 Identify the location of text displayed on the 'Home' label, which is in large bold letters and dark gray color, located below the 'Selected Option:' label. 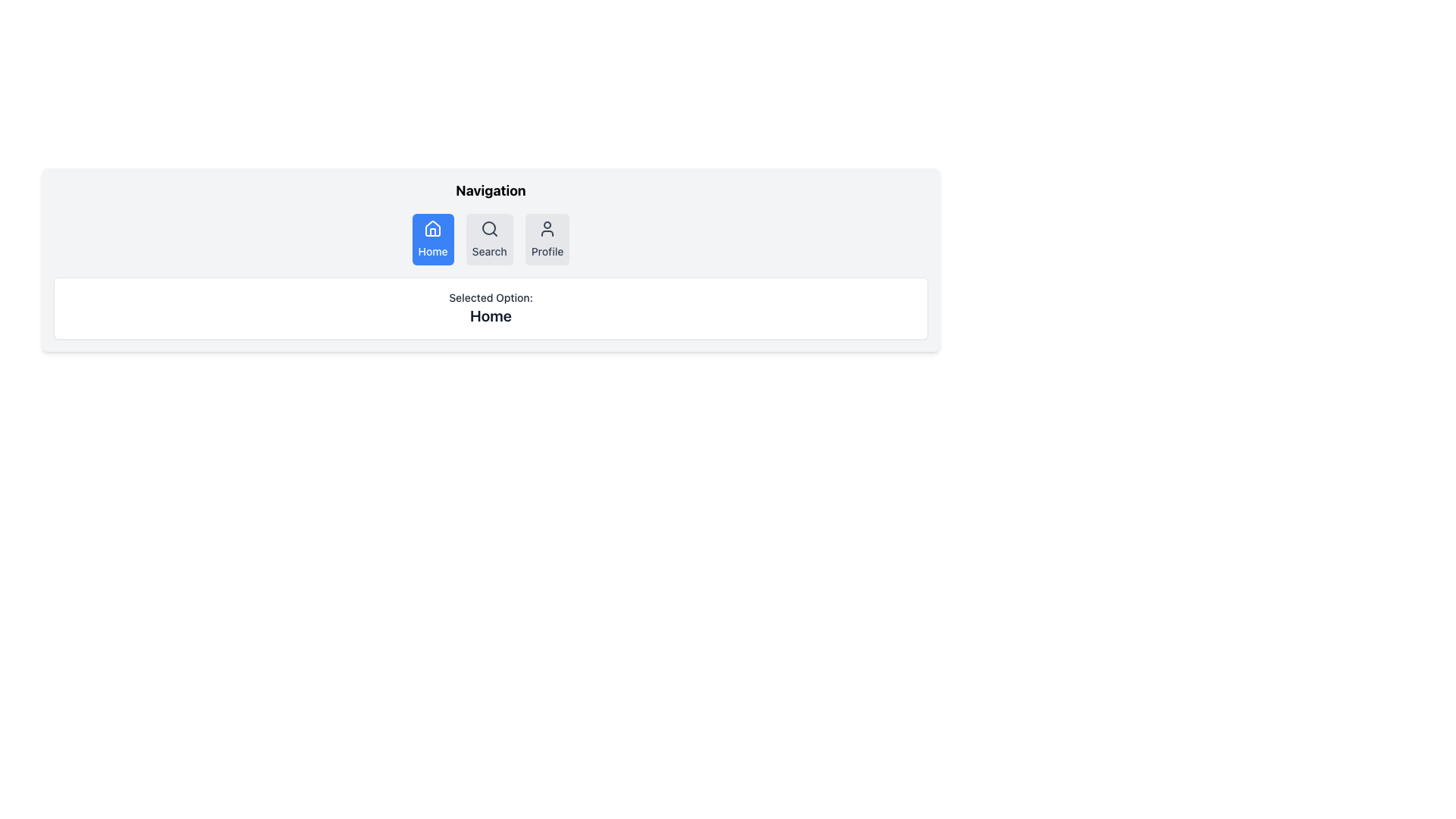
(491, 315).